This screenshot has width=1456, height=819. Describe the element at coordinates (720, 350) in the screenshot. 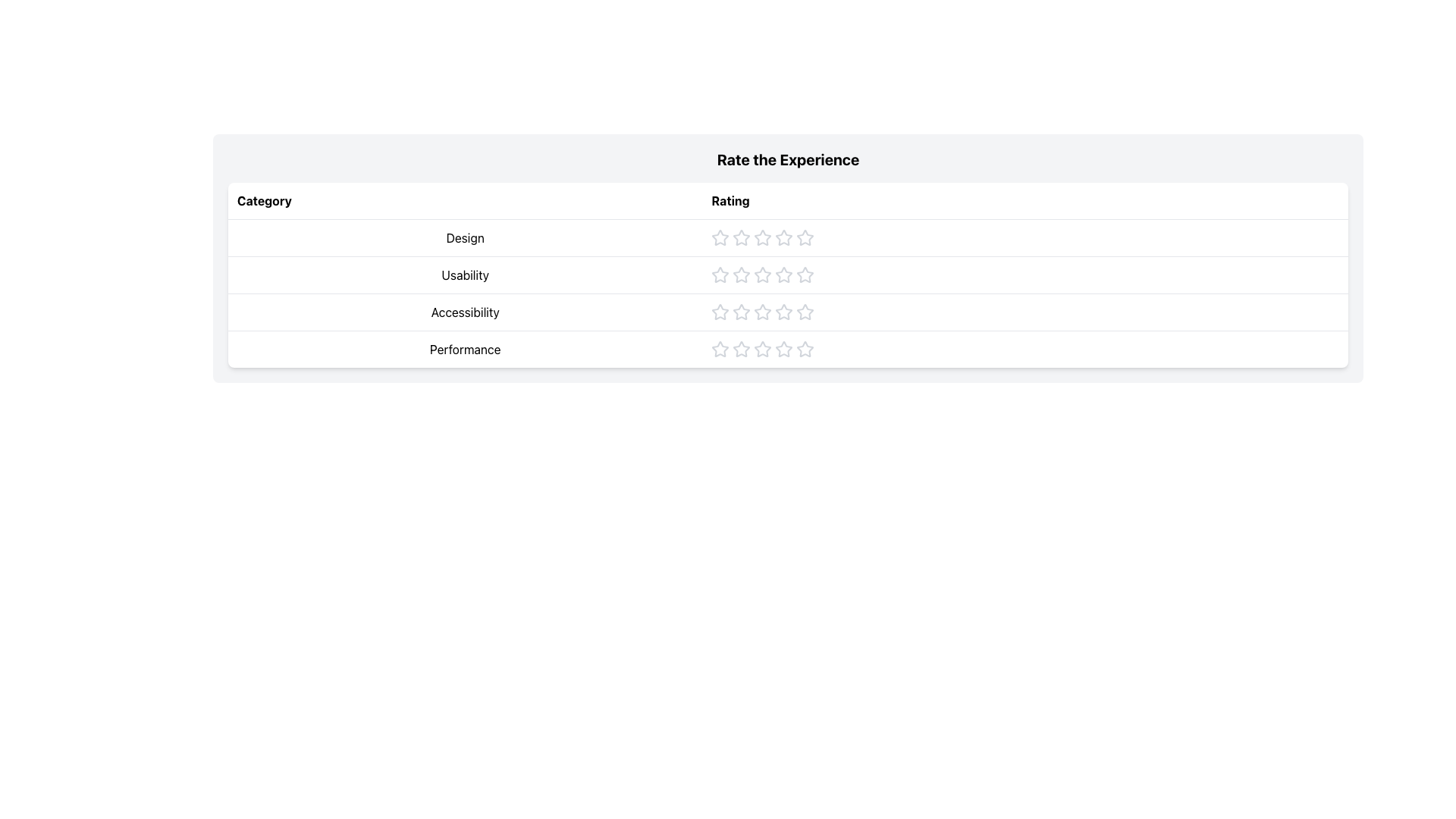

I see `the first star-shaped icon in the 'Performance' category rating system` at that location.